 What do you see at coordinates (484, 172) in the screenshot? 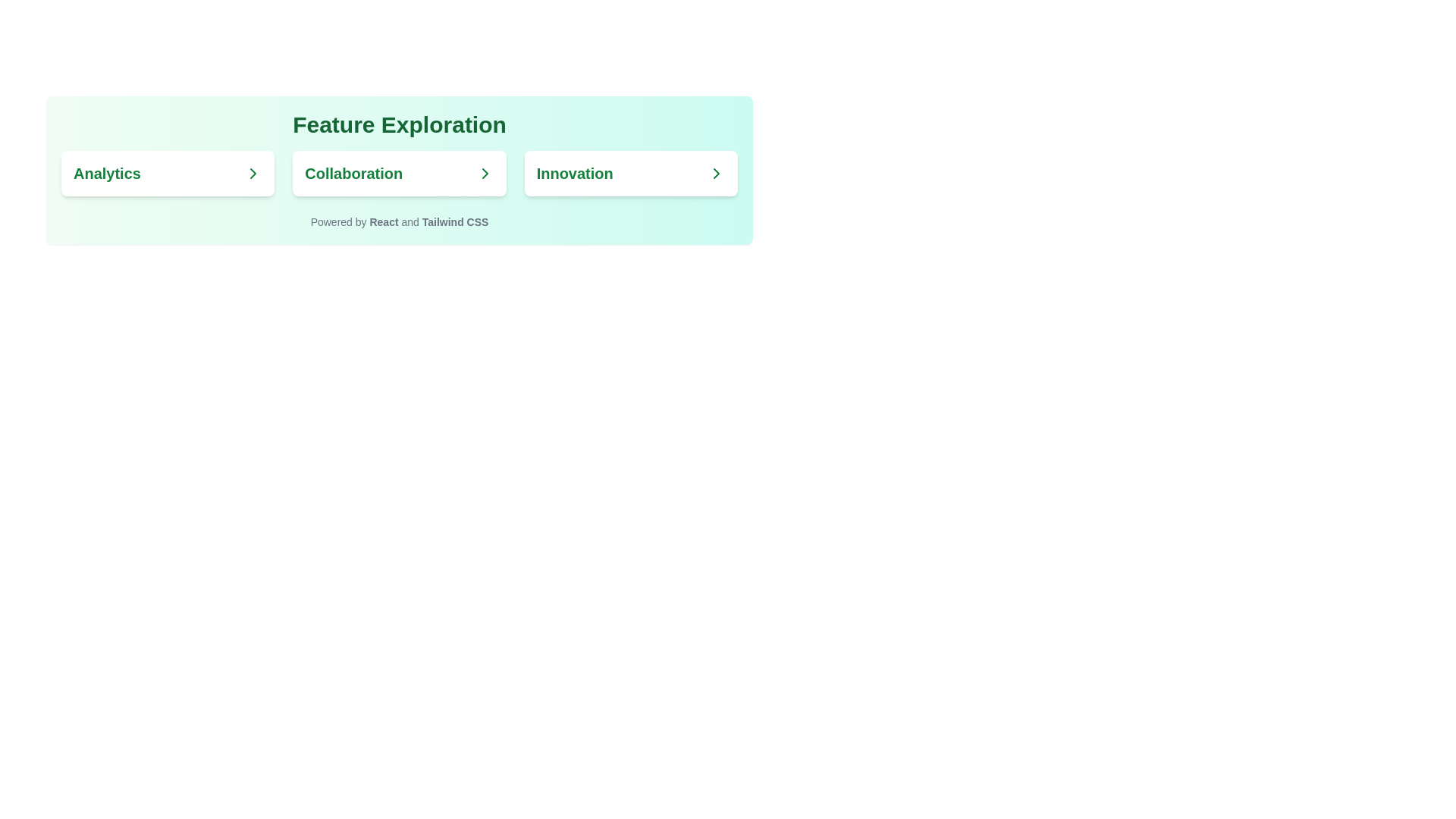
I see `the right-pointing green chevron icon located in the 'Collaboration' section of the 'Feature Exploration' menu` at bounding box center [484, 172].